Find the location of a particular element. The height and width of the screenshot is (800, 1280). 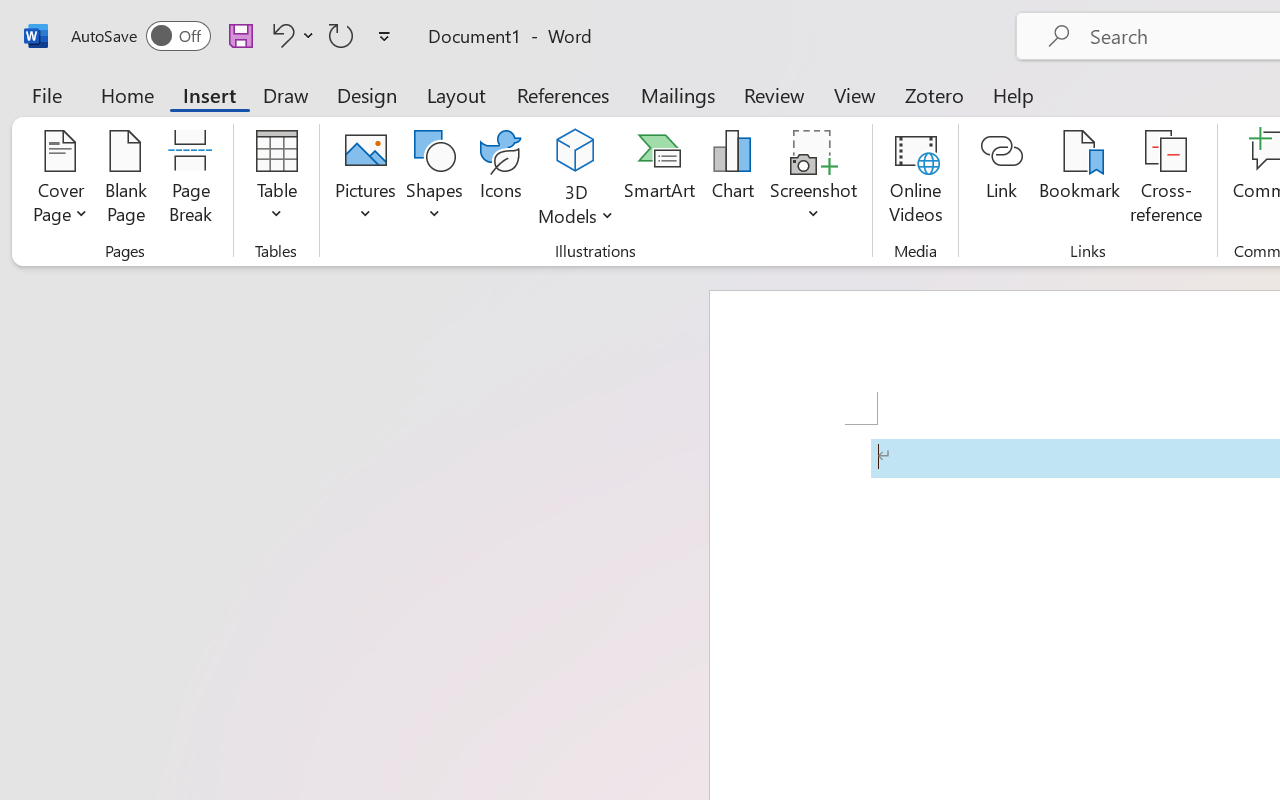

'Repeat Style' is located at coordinates (341, 34).